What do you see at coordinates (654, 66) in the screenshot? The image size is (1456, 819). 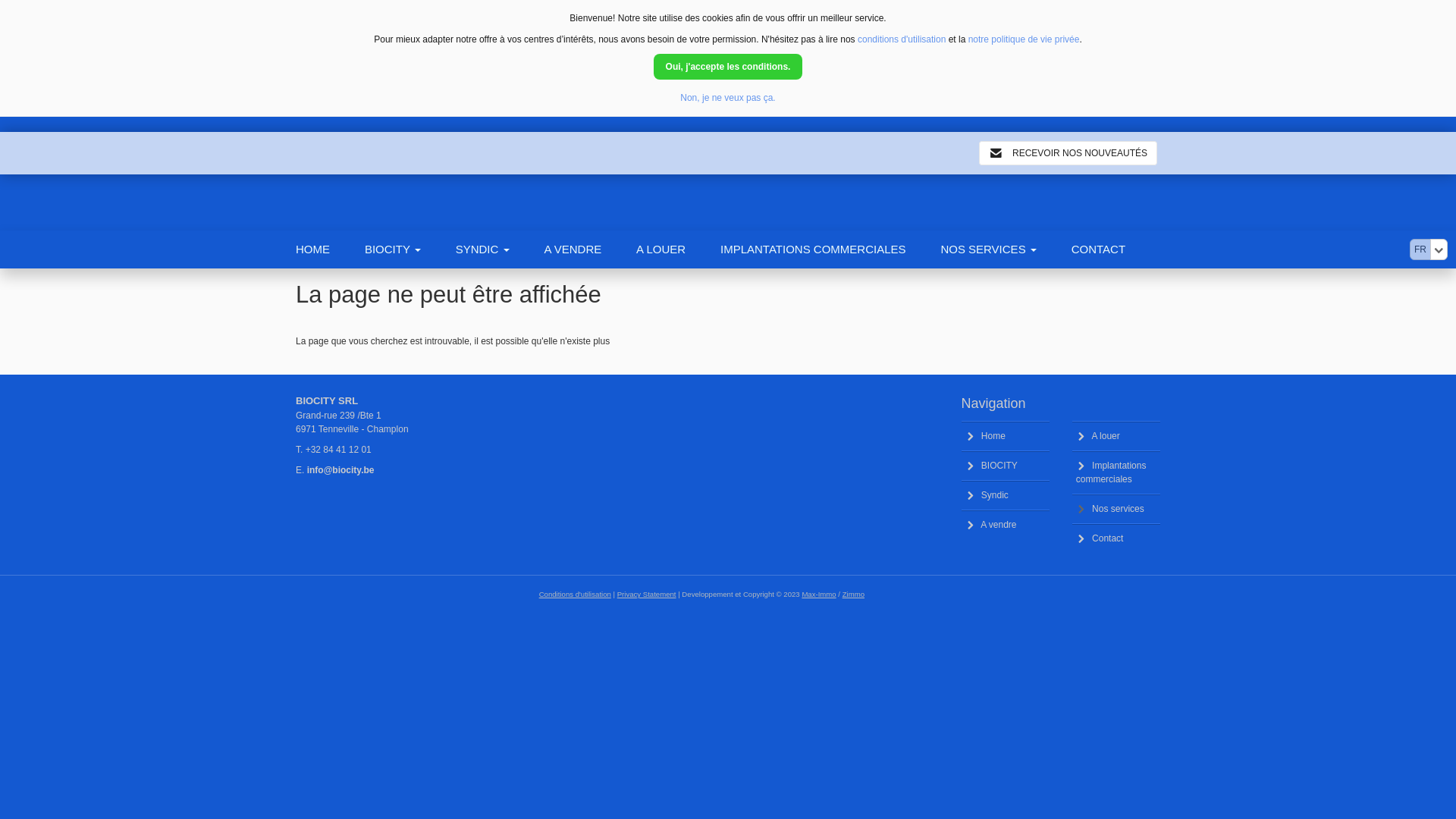 I see `'Oui, j'accepte les conditions.'` at bounding box center [654, 66].